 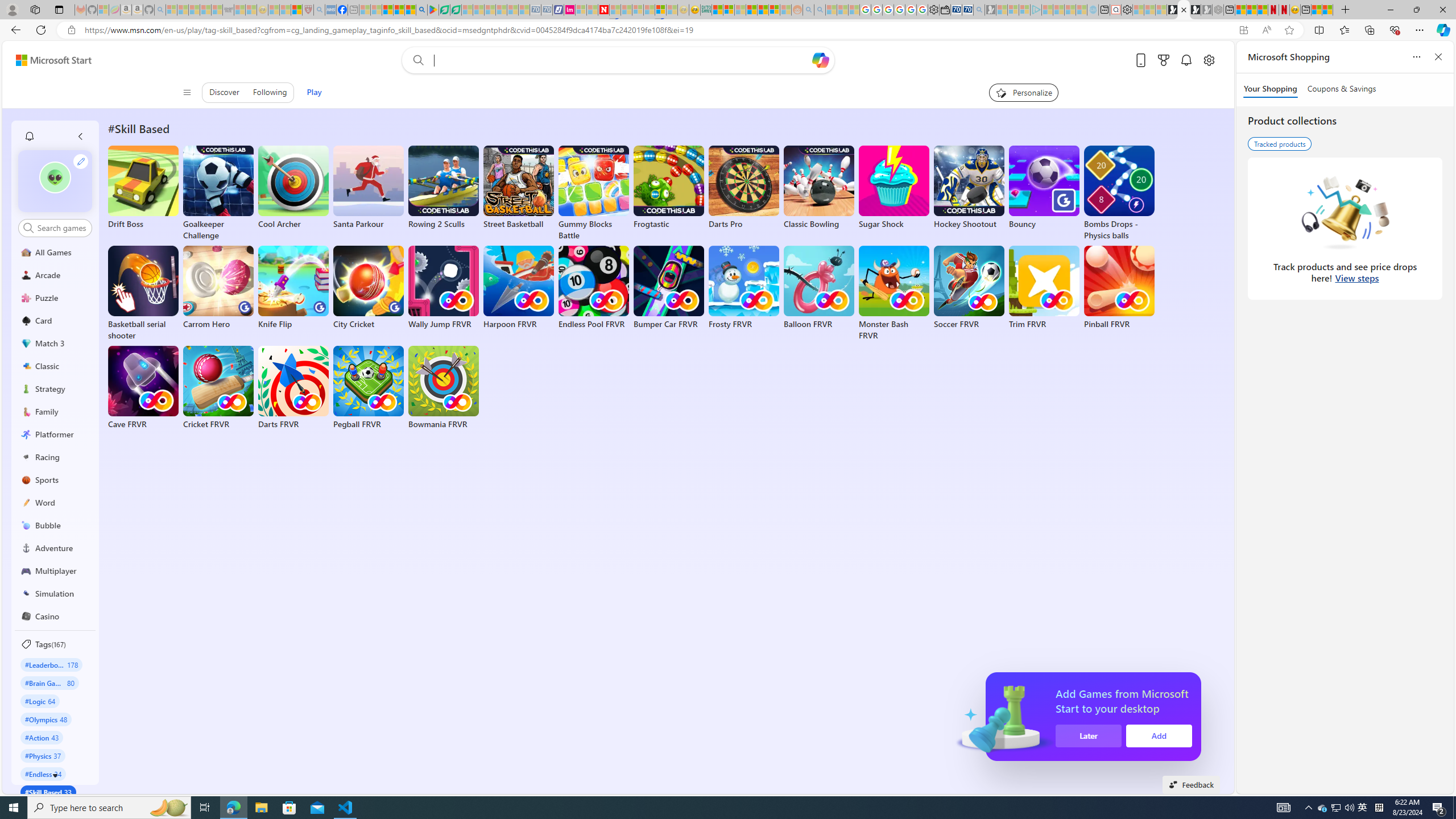 I want to click on 'Basketball serial shooter', so click(x=143, y=293).